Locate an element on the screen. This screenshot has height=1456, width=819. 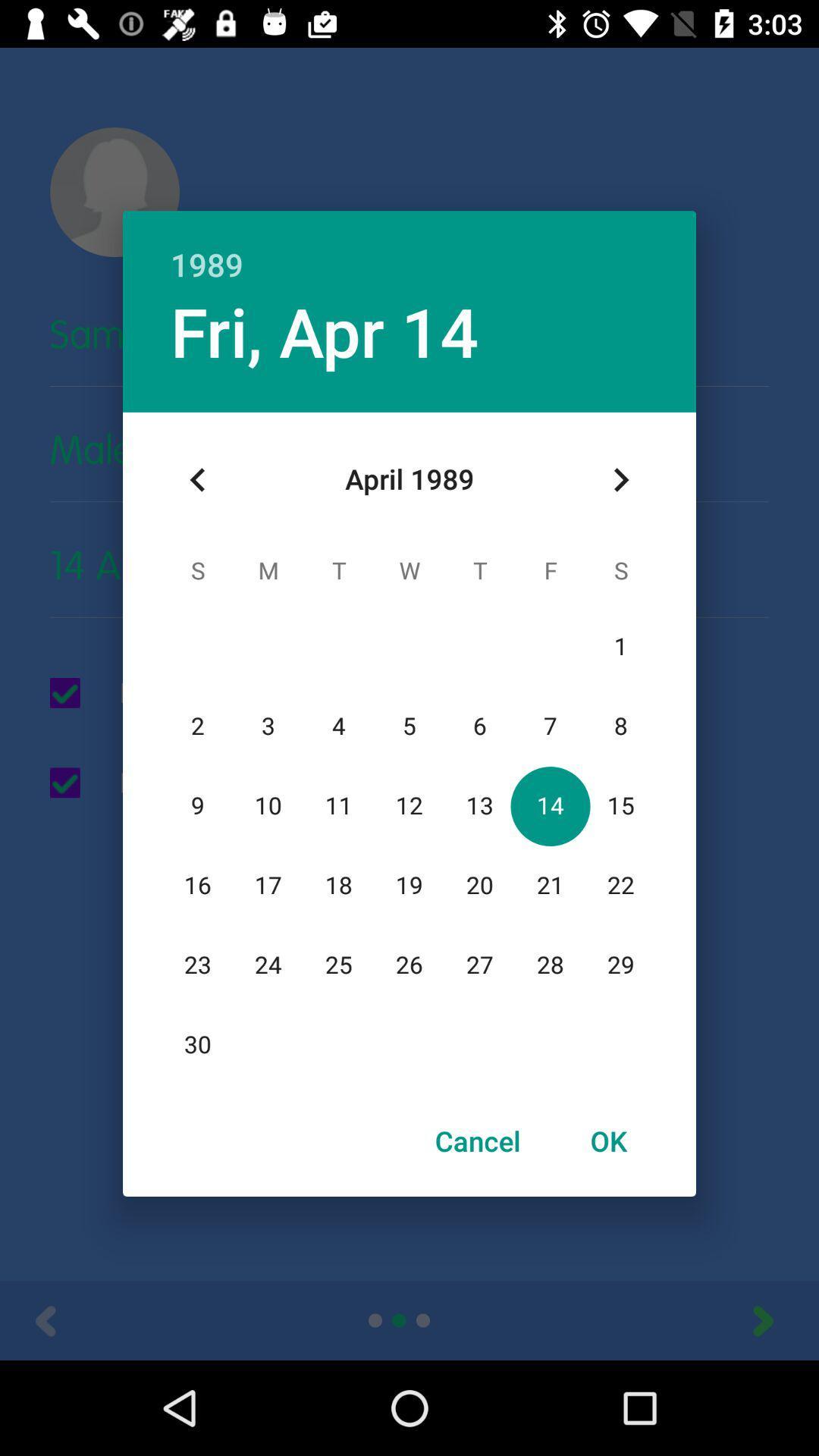
cancel is located at coordinates (478, 1141).